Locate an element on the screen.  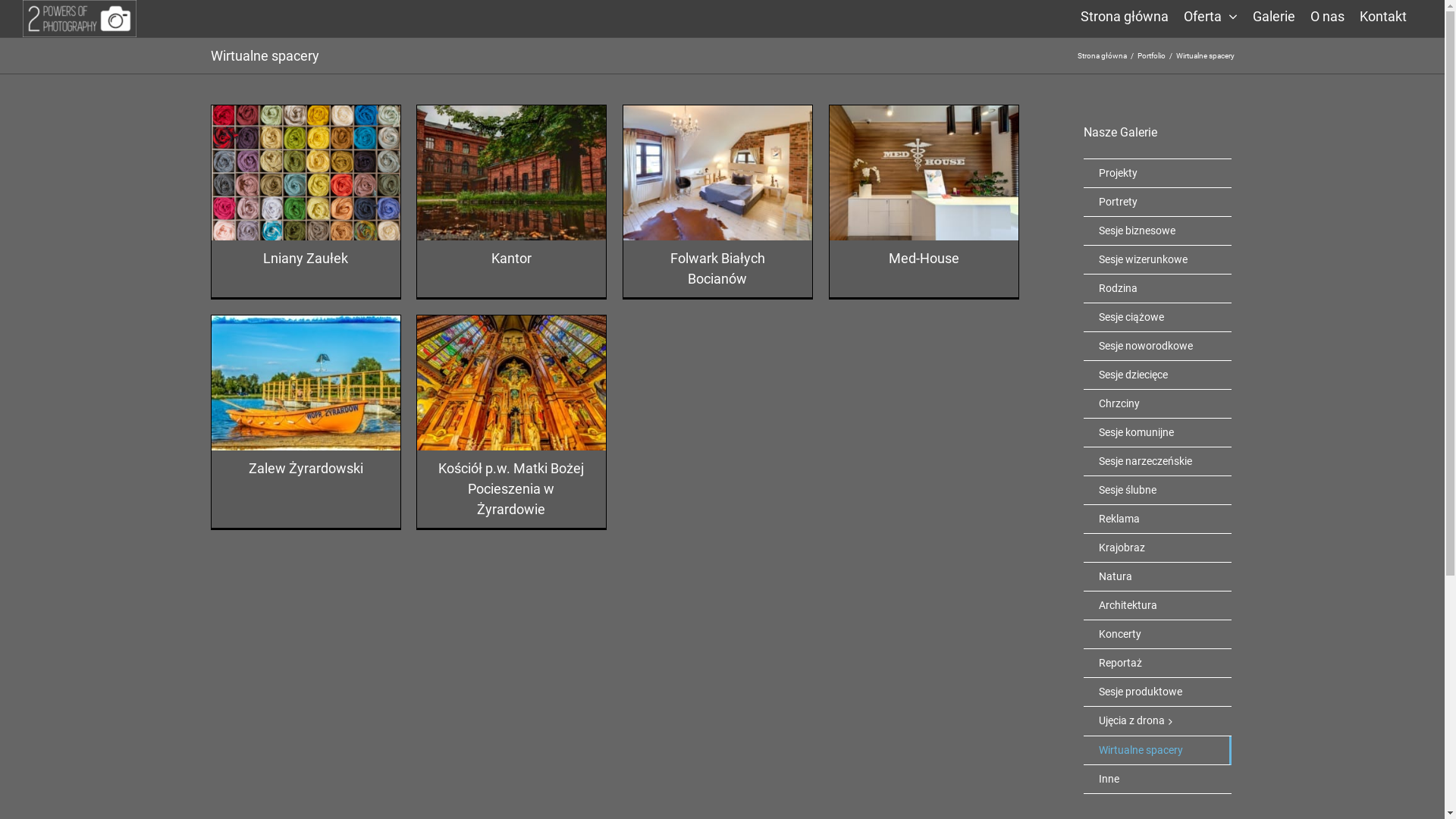
'Sesje produktowe' is located at coordinates (1156, 692).